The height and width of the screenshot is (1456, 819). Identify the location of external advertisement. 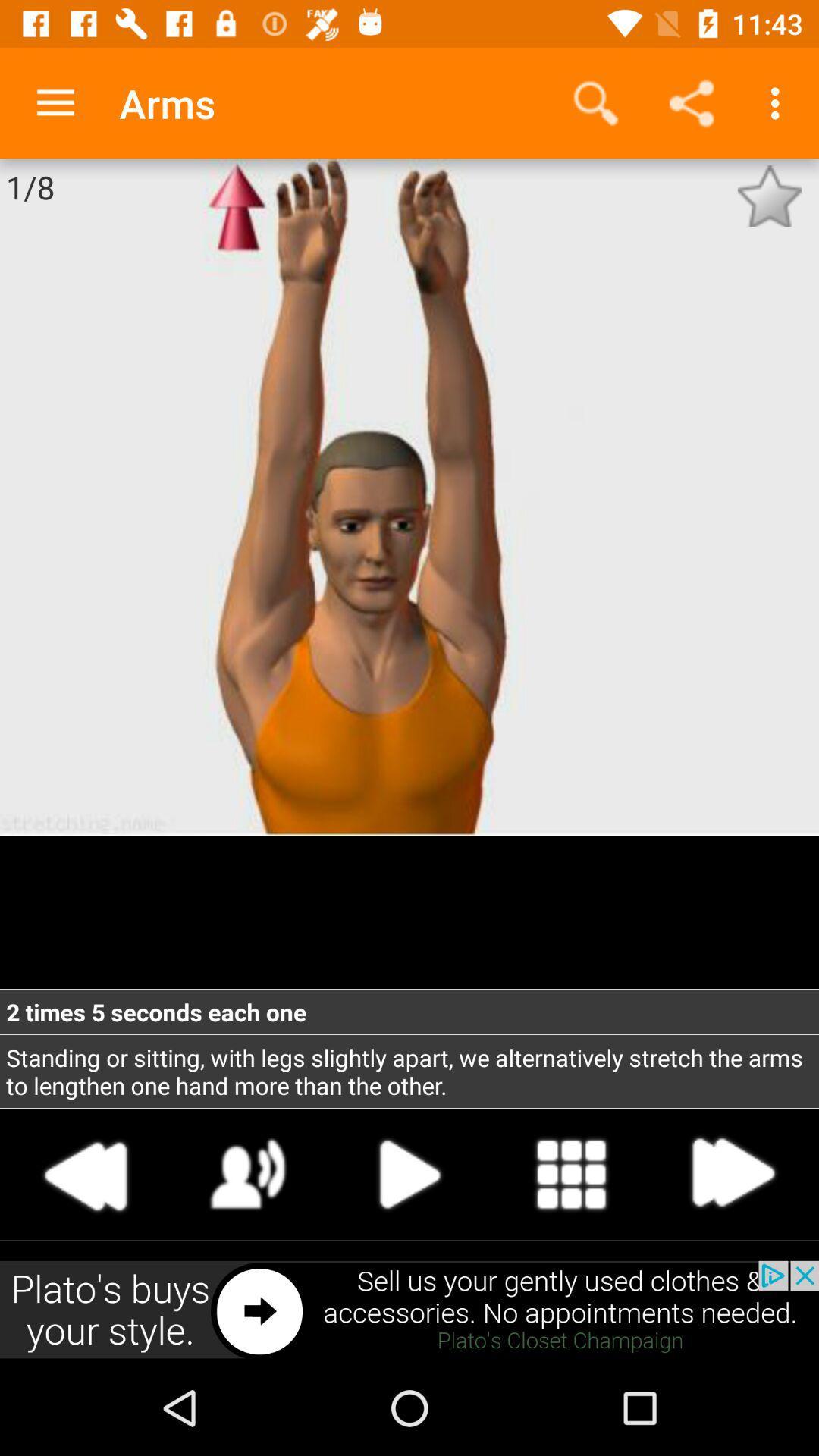
(409, 1310).